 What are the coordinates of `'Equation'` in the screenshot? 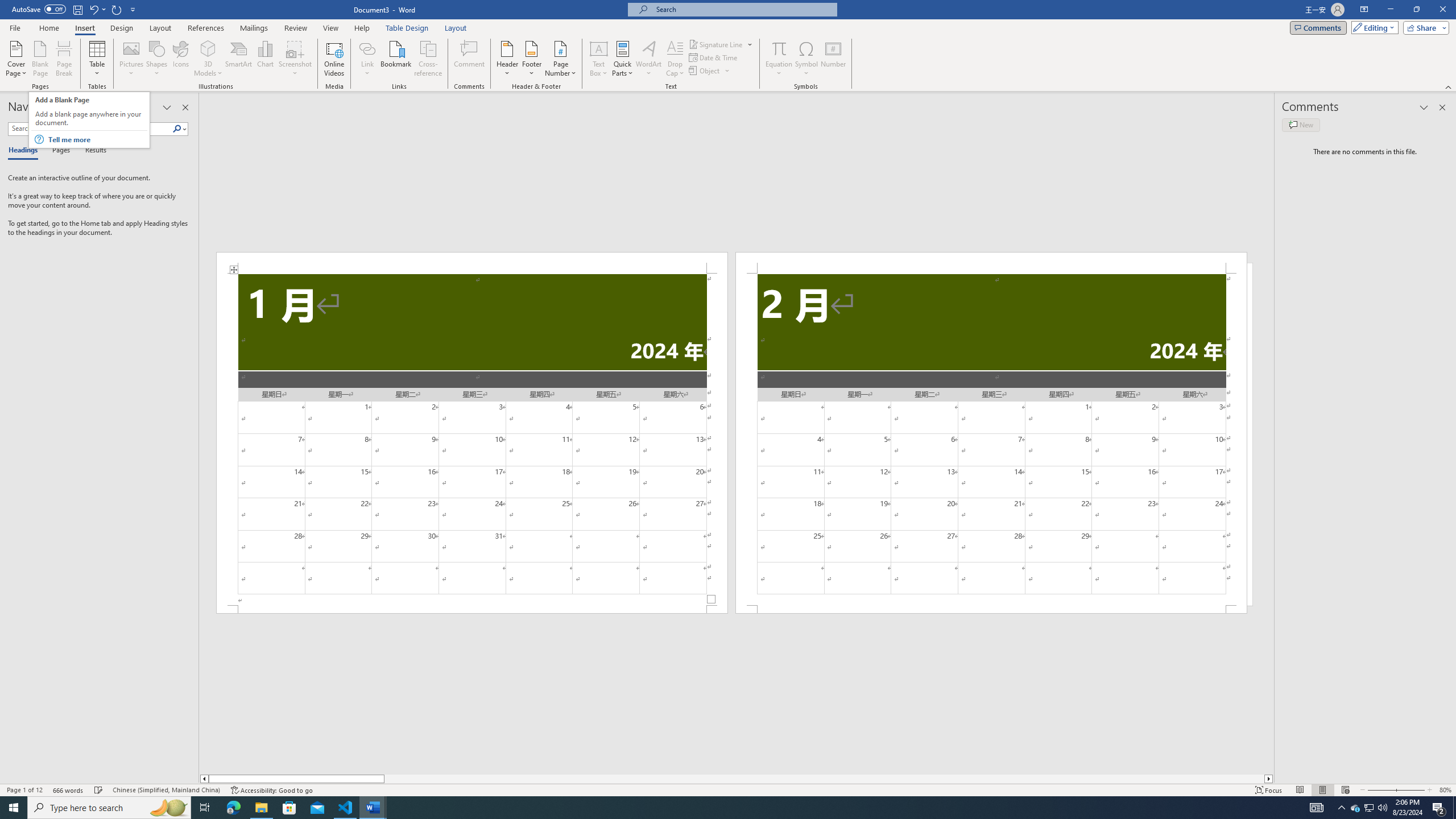 It's located at (779, 59).